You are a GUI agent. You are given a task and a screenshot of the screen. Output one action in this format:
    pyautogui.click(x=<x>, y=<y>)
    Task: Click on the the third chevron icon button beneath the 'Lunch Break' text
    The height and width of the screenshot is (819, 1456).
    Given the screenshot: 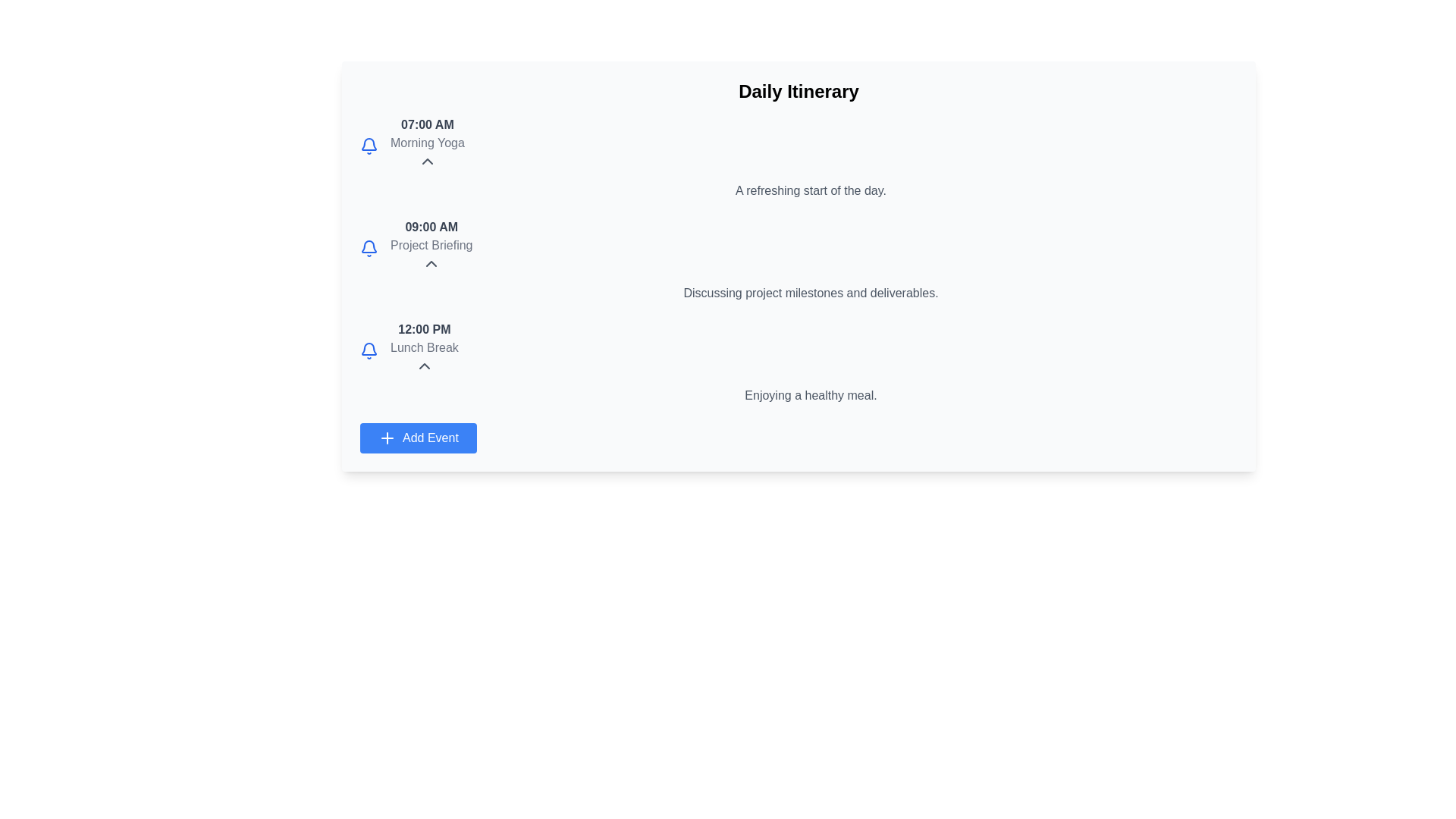 What is the action you would take?
    pyautogui.click(x=424, y=366)
    